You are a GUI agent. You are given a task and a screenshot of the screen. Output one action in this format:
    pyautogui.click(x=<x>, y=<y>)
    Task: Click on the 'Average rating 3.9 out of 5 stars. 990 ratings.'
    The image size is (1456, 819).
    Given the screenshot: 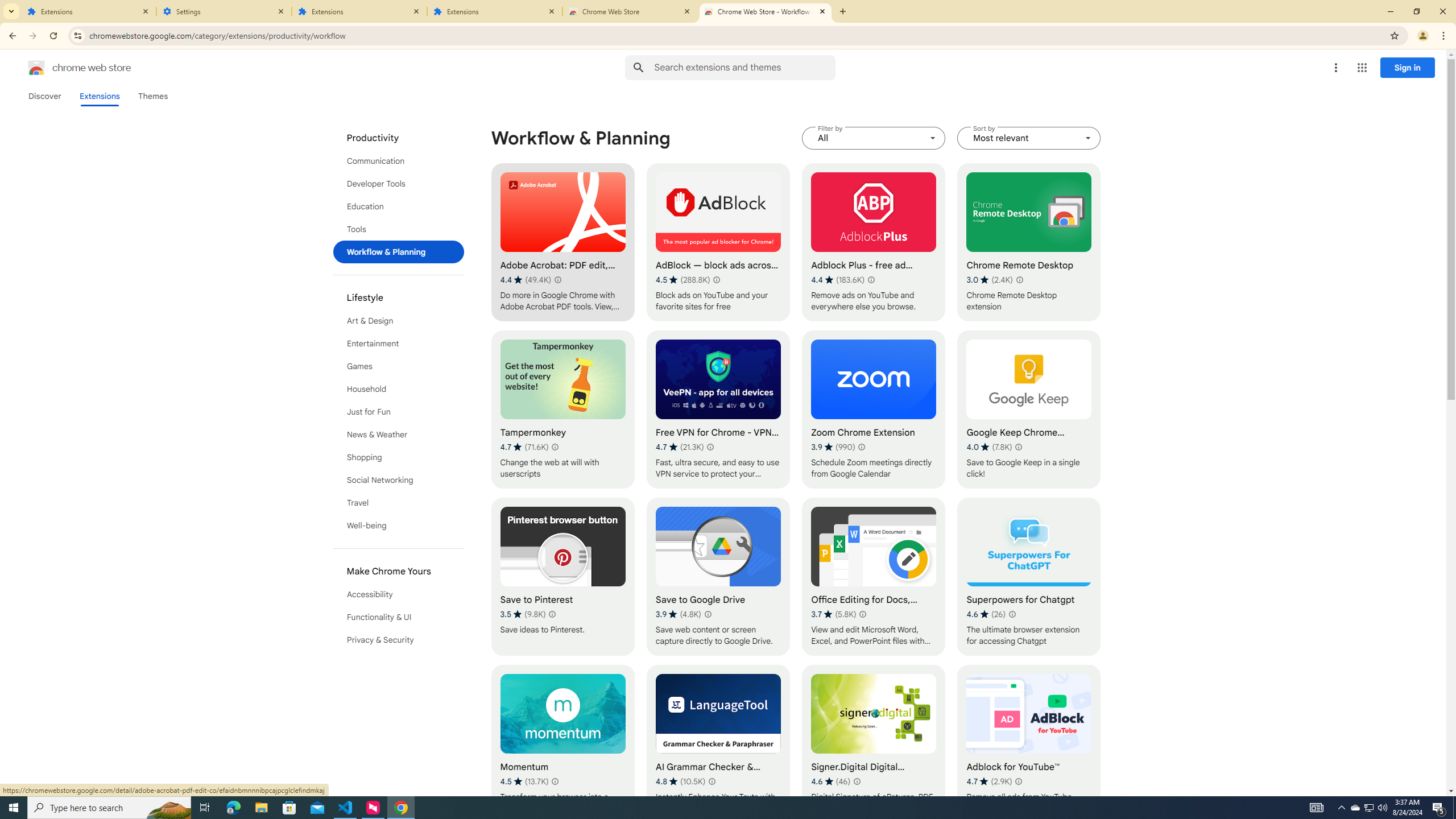 What is the action you would take?
    pyautogui.click(x=833, y=446)
    